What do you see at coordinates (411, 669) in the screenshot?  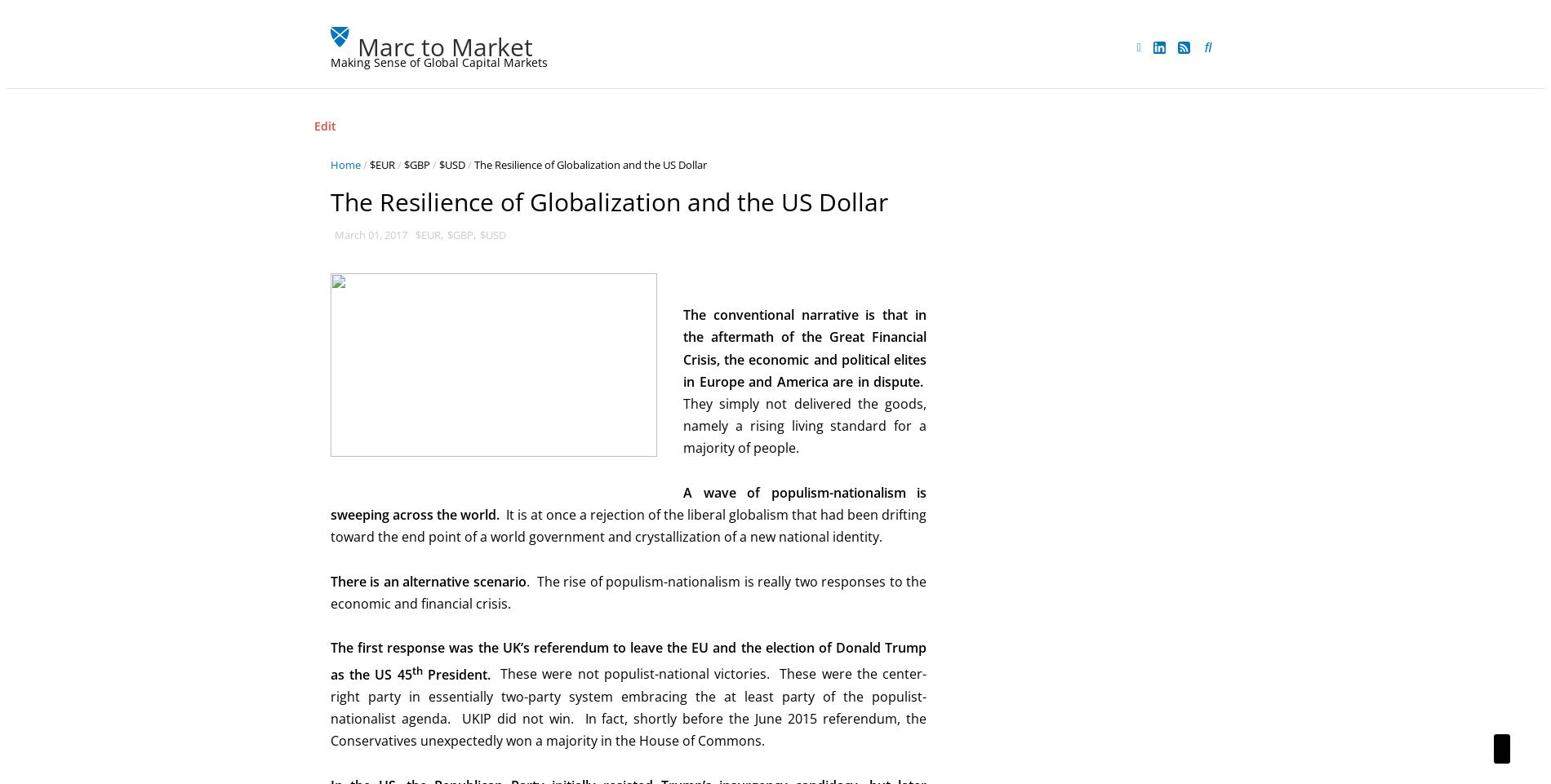 I see `'th'` at bounding box center [411, 669].